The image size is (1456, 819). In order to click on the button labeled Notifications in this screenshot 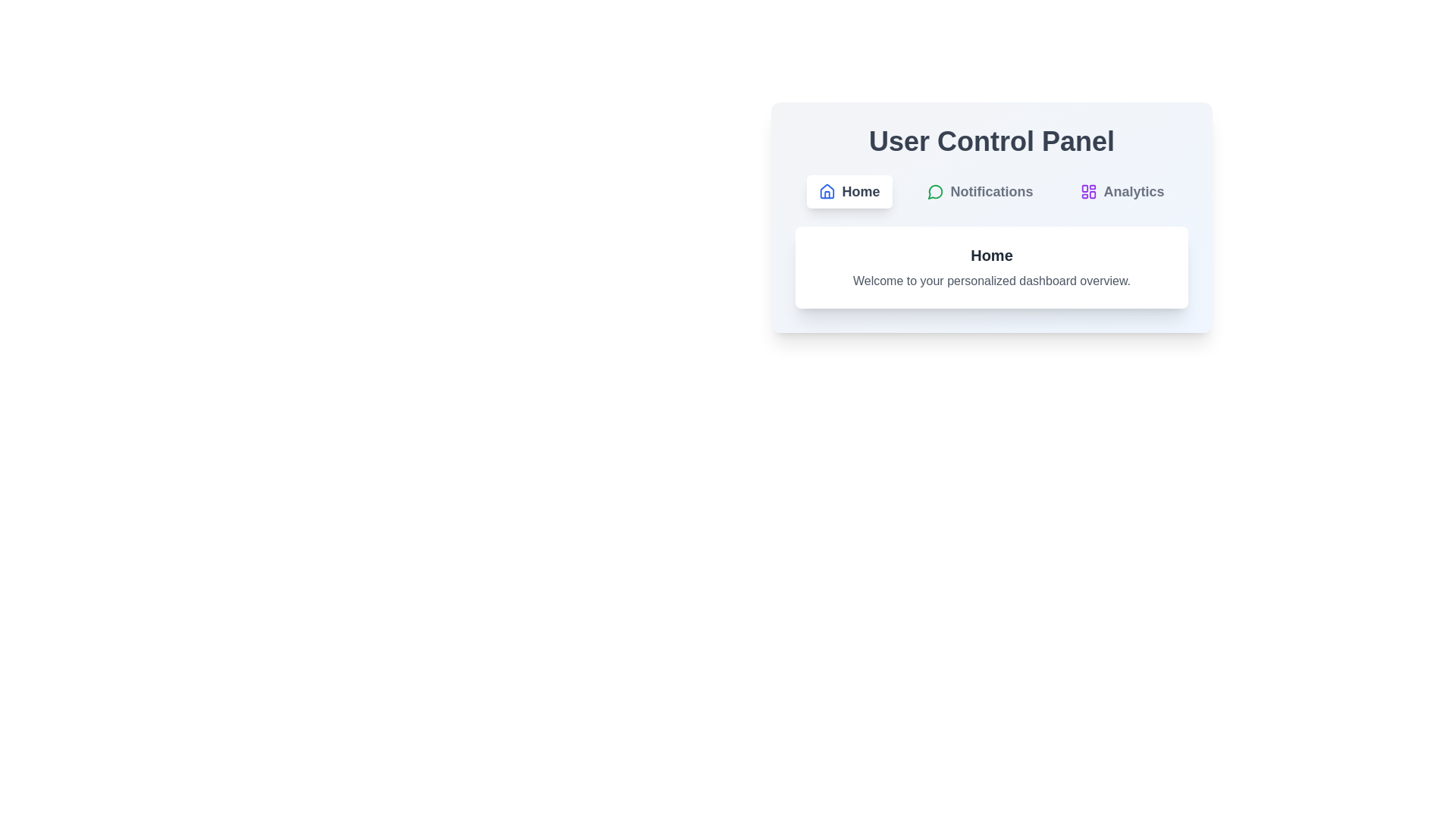, I will do `click(979, 191)`.